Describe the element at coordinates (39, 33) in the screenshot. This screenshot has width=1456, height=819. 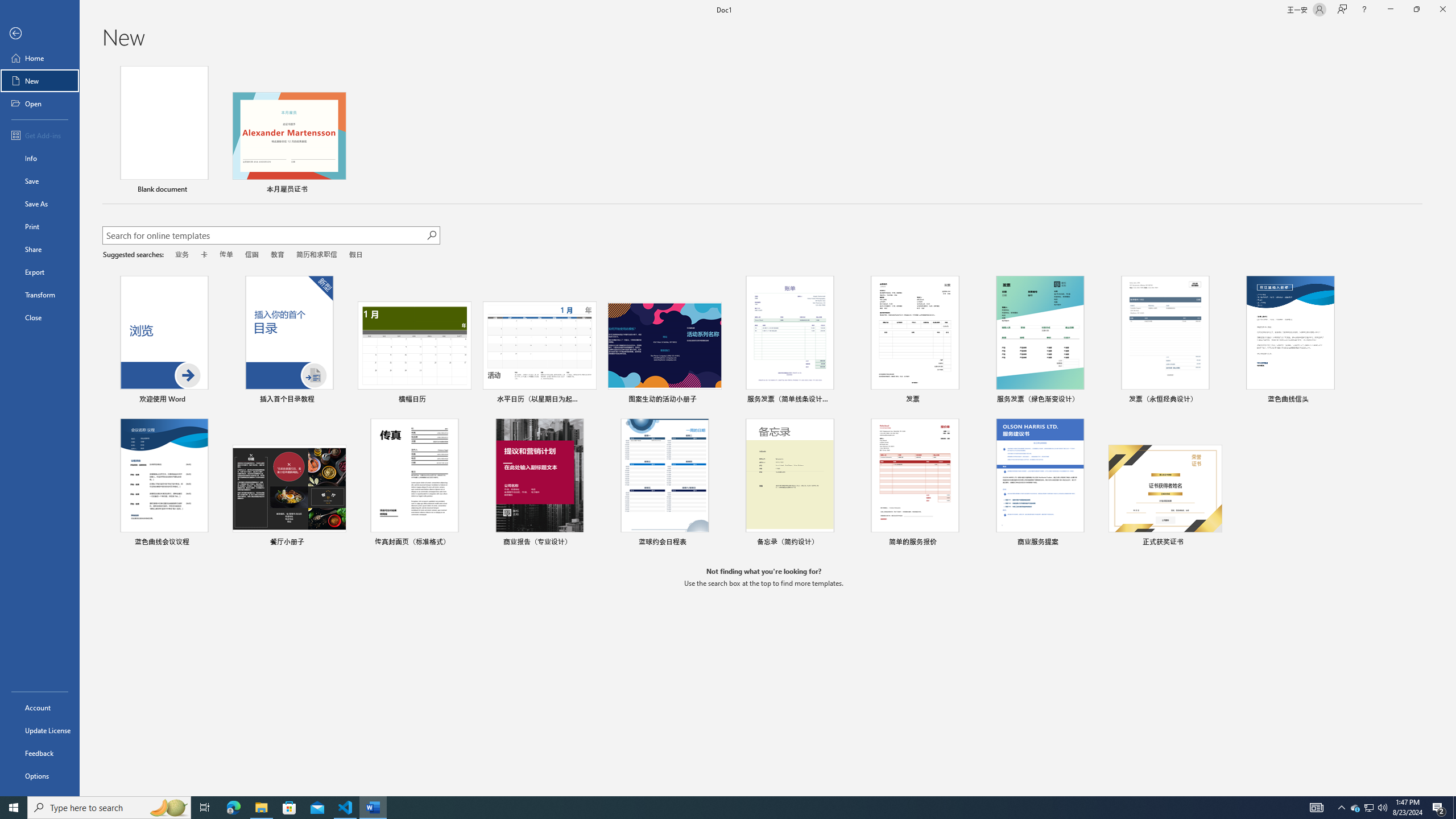
I see `'Back'` at that location.